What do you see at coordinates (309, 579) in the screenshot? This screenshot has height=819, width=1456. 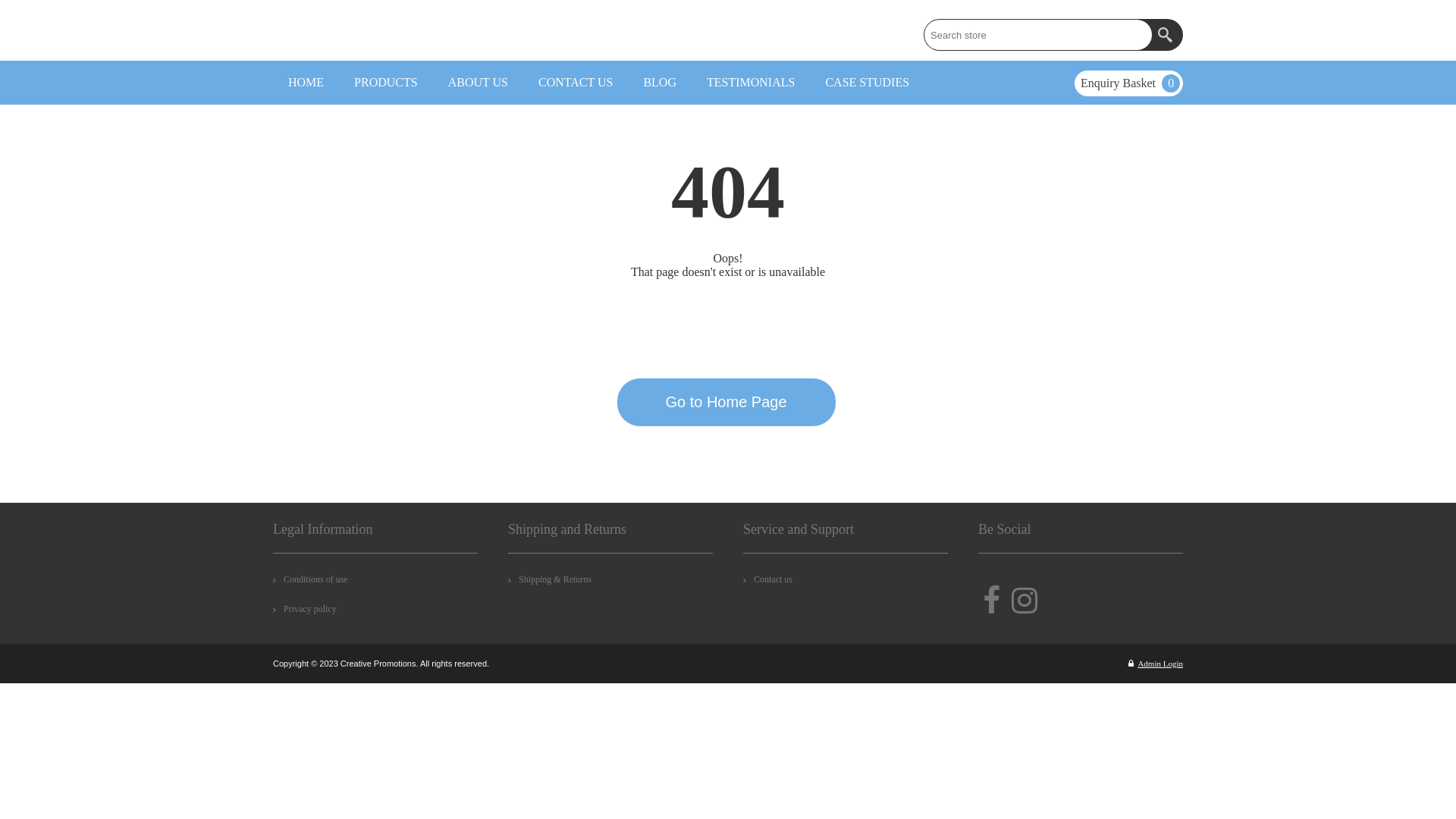 I see `'Conditions of use'` at bounding box center [309, 579].